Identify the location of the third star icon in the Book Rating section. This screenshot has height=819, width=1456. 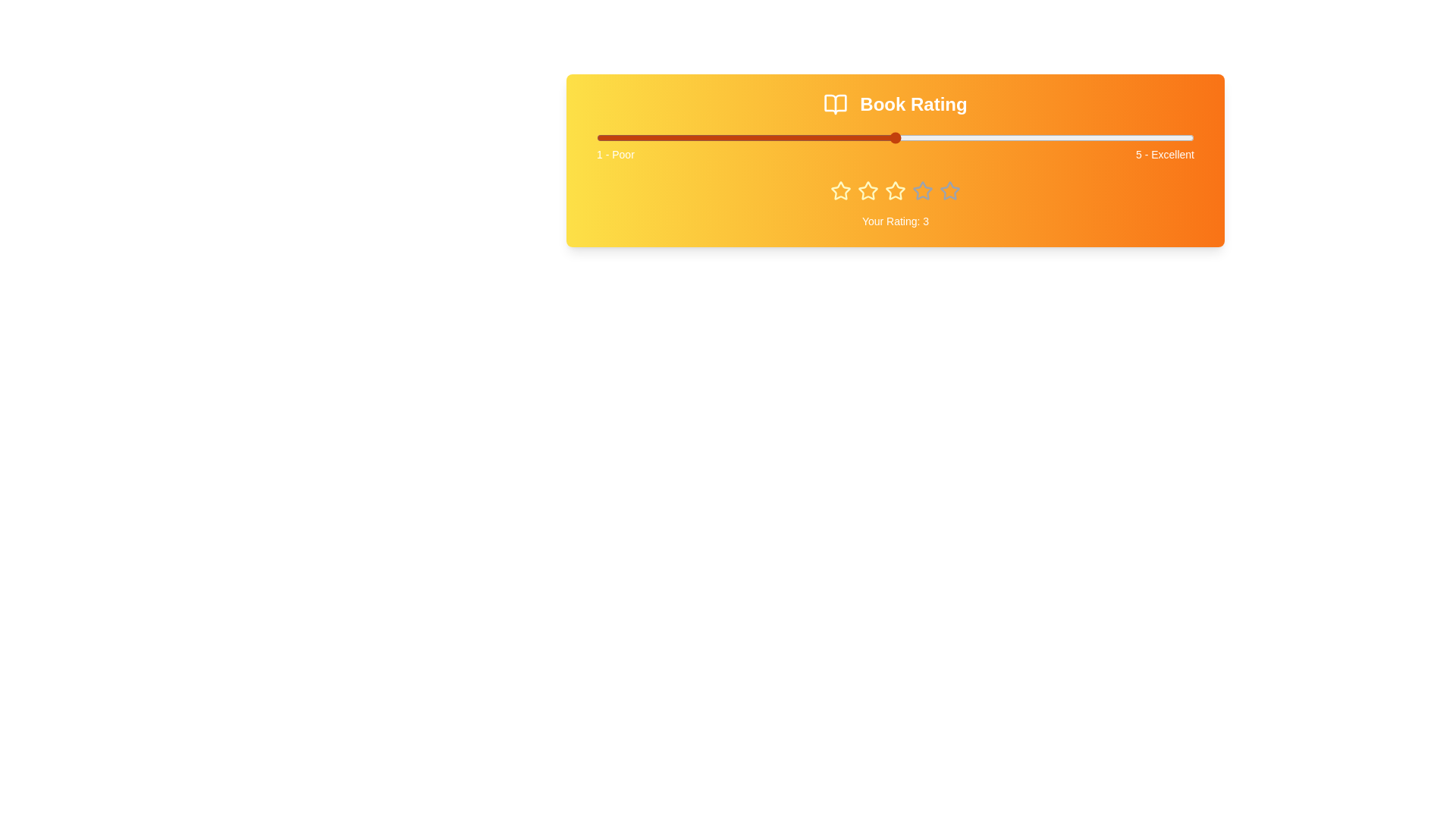
(868, 190).